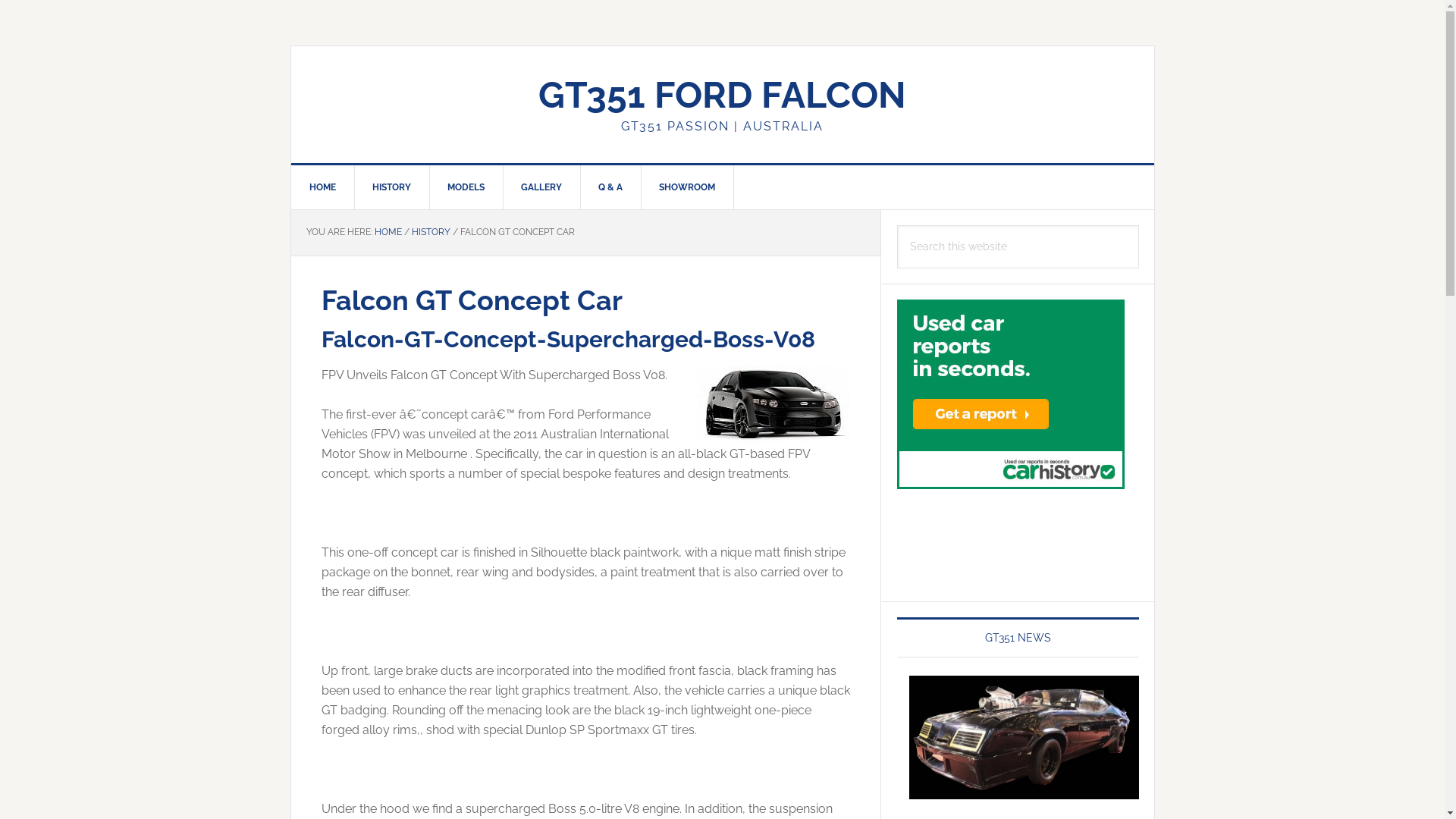  Describe the element at coordinates (1139, 224) in the screenshot. I see `'Search'` at that location.